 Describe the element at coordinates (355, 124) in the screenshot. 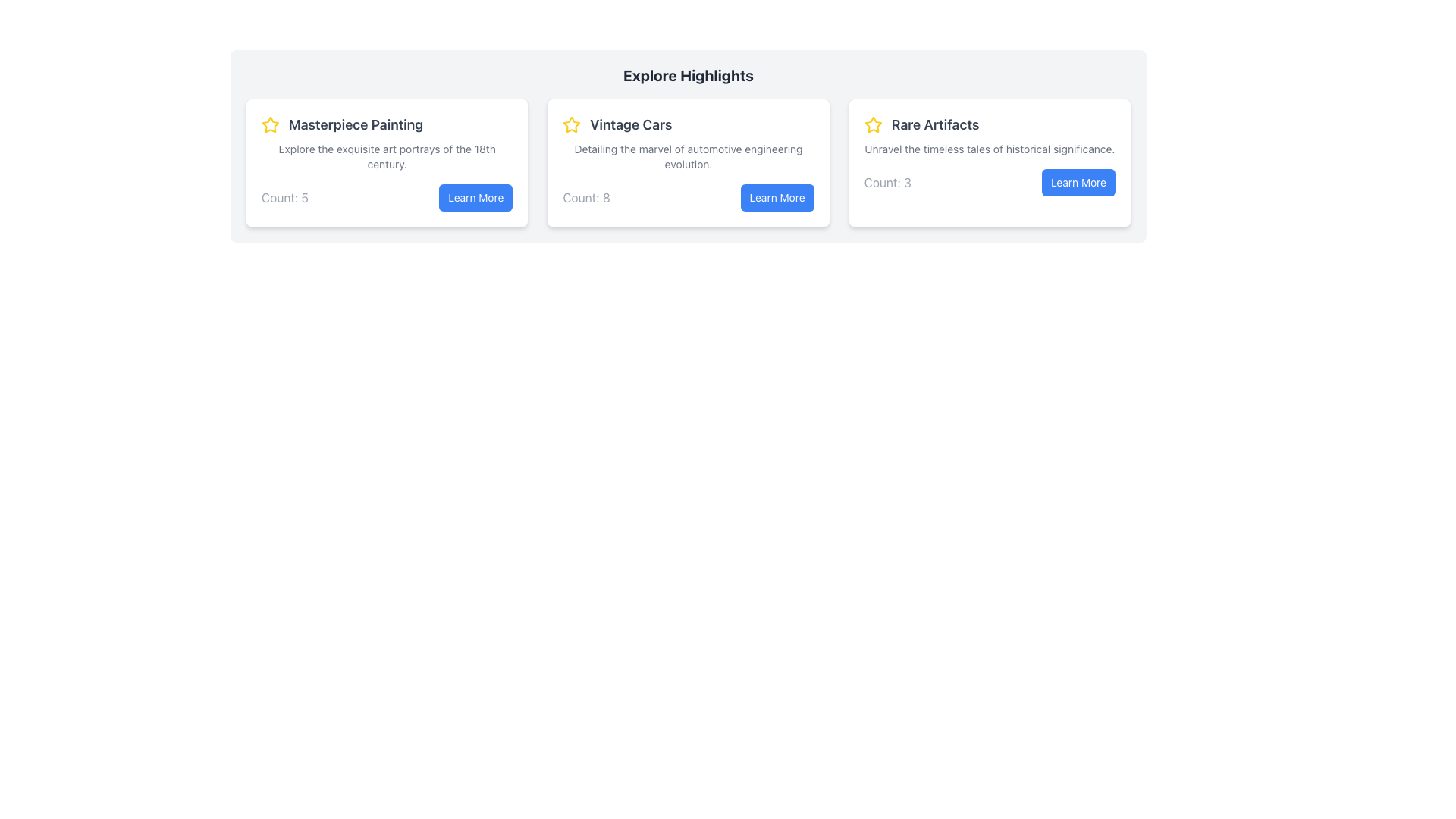

I see `the text label styled in bold and dark gray that reads 'Masterpiece Painting', which is located to the right of a yellow star icon within a card component` at that location.